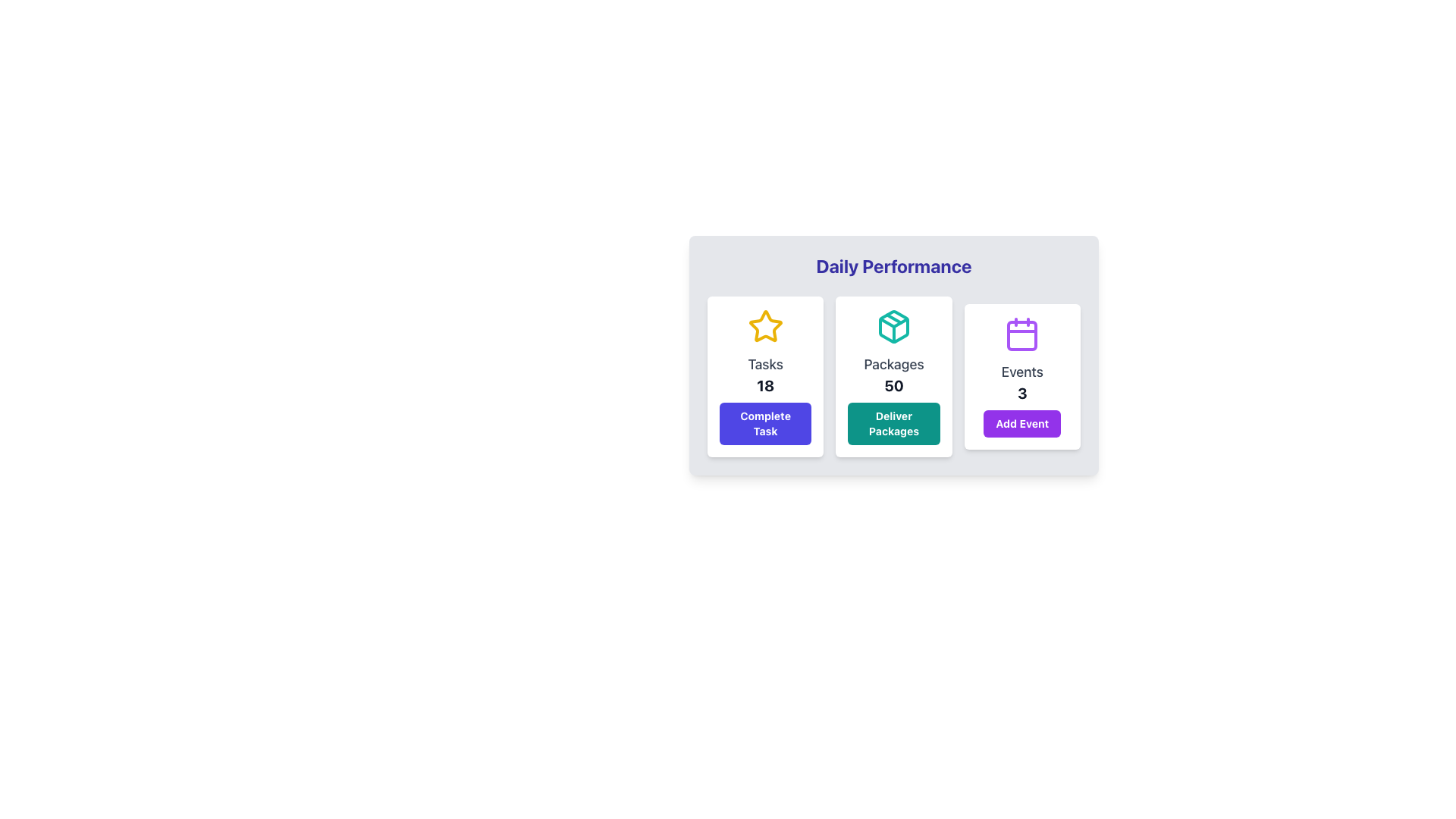  What do you see at coordinates (894, 385) in the screenshot?
I see `the numeral text display element showing the value '50', which is prominently styled in bold font within the 'Packages' card` at bounding box center [894, 385].